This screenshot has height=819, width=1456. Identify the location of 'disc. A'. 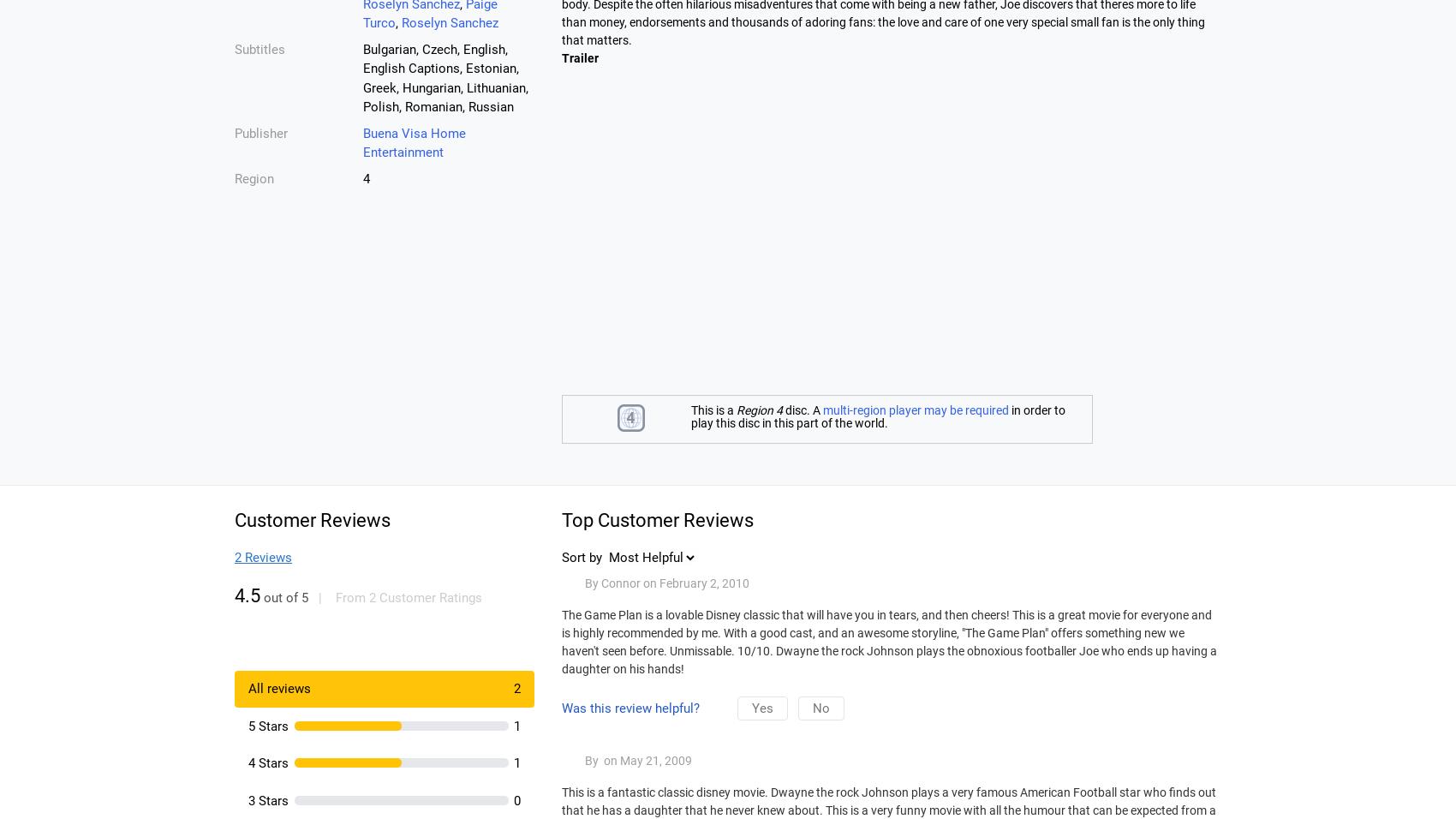
(803, 409).